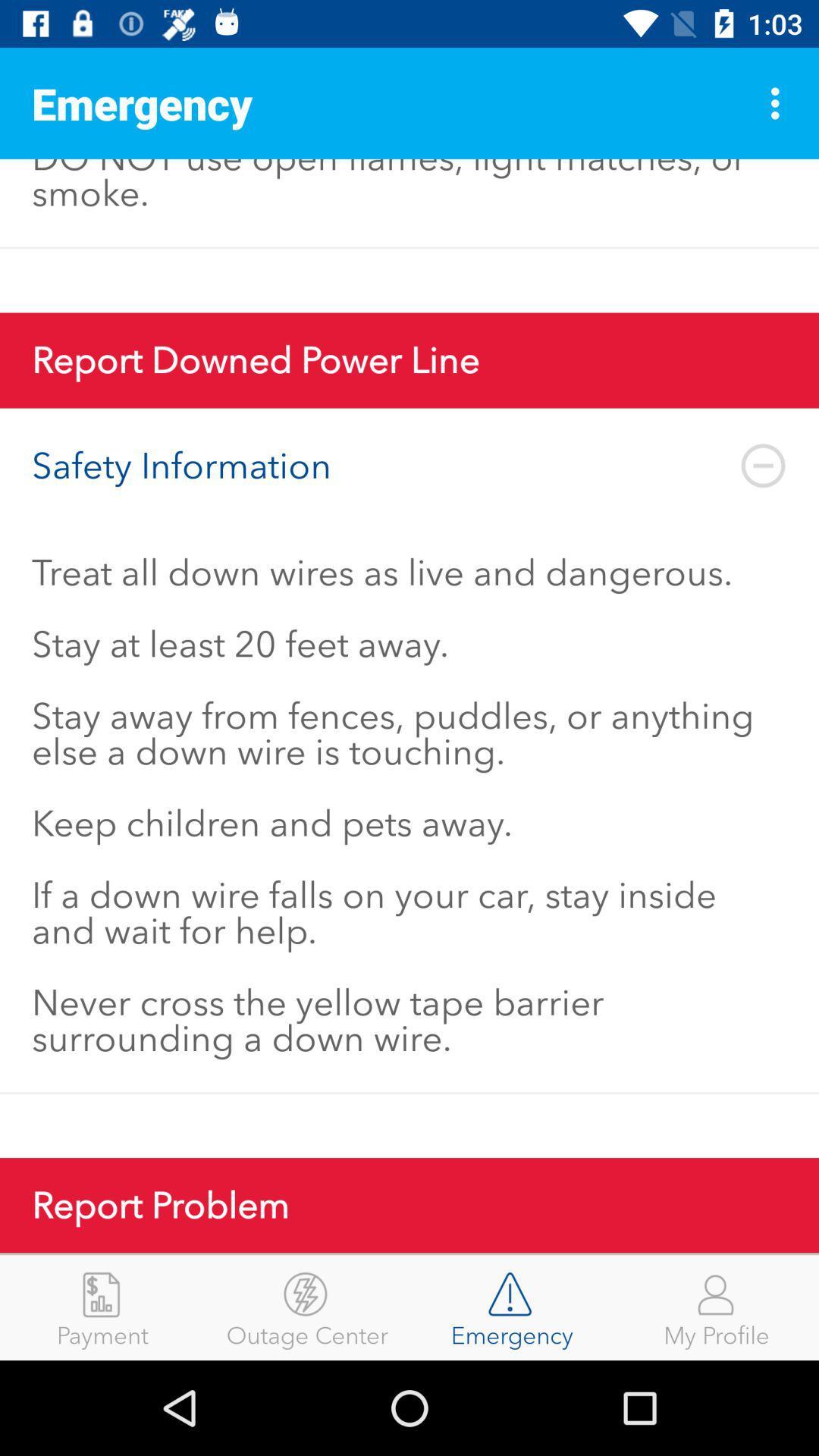 This screenshot has height=1456, width=819. What do you see at coordinates (409, 359) in the screenshot?
I see `report downed power item` at bounding box center [409, 359].